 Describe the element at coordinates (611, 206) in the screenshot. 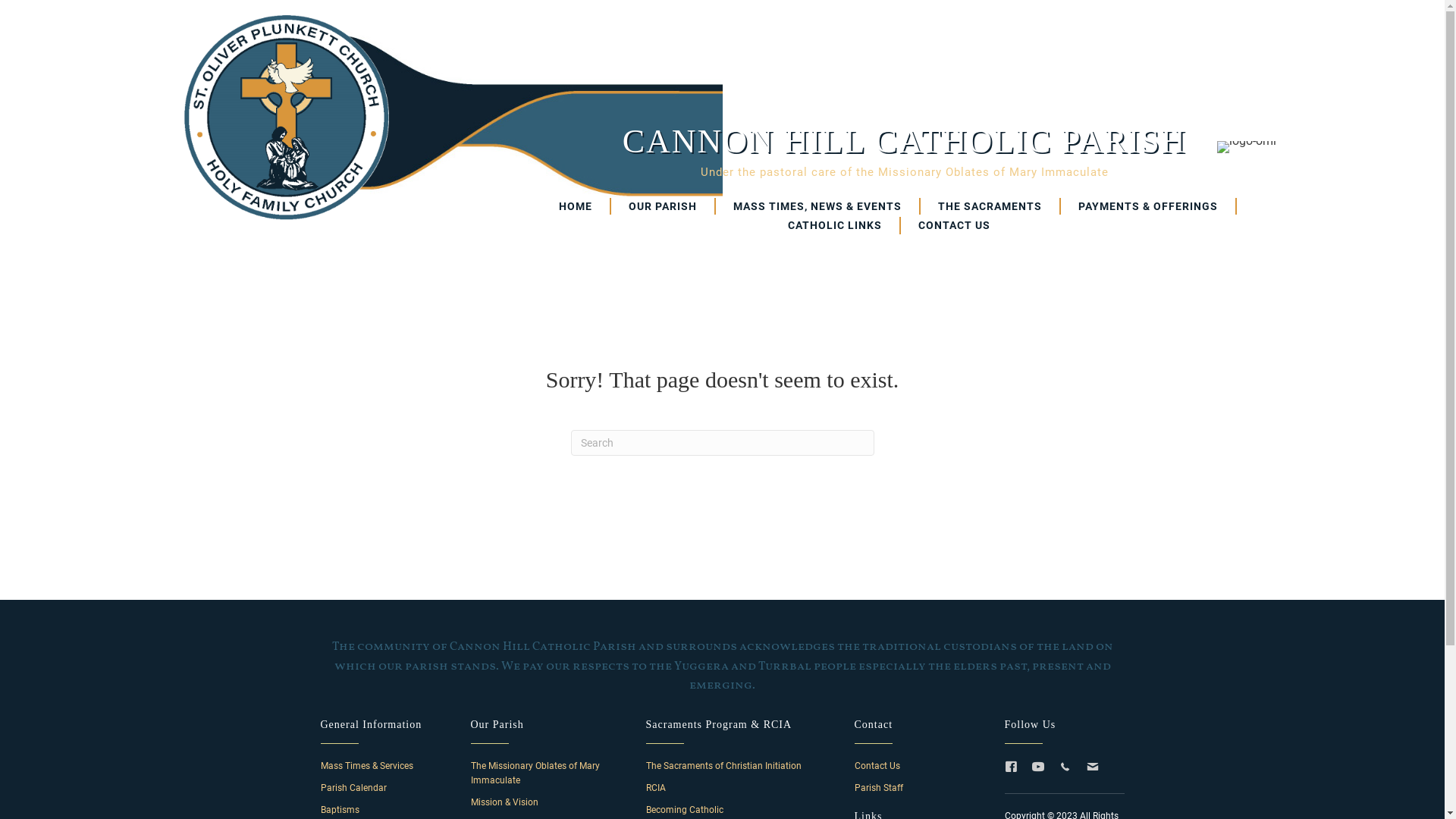

I see `'OUR PARISH'` at that location.